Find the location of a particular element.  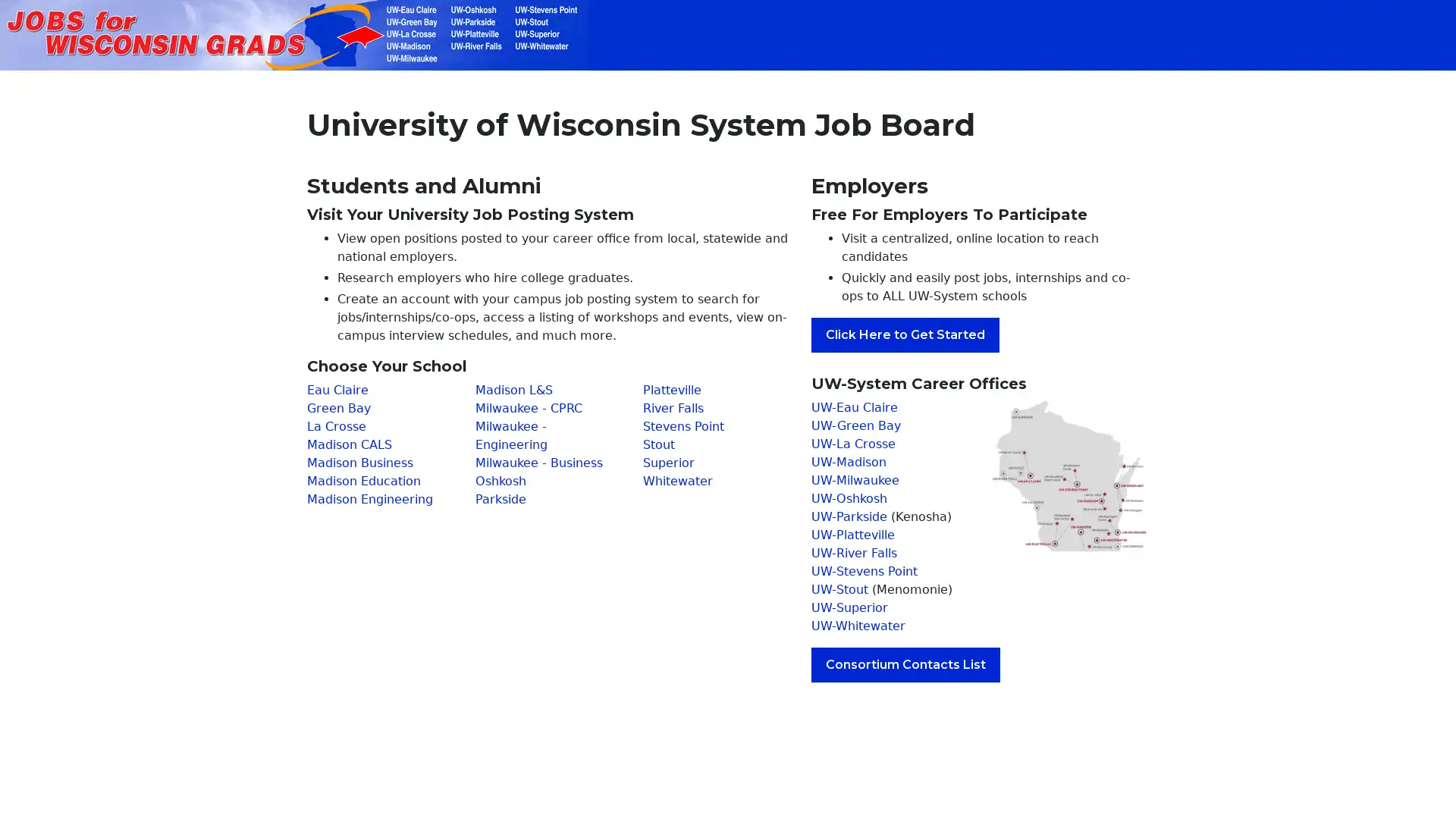

Click Here to Get Started is located at coordinates (905, 333).